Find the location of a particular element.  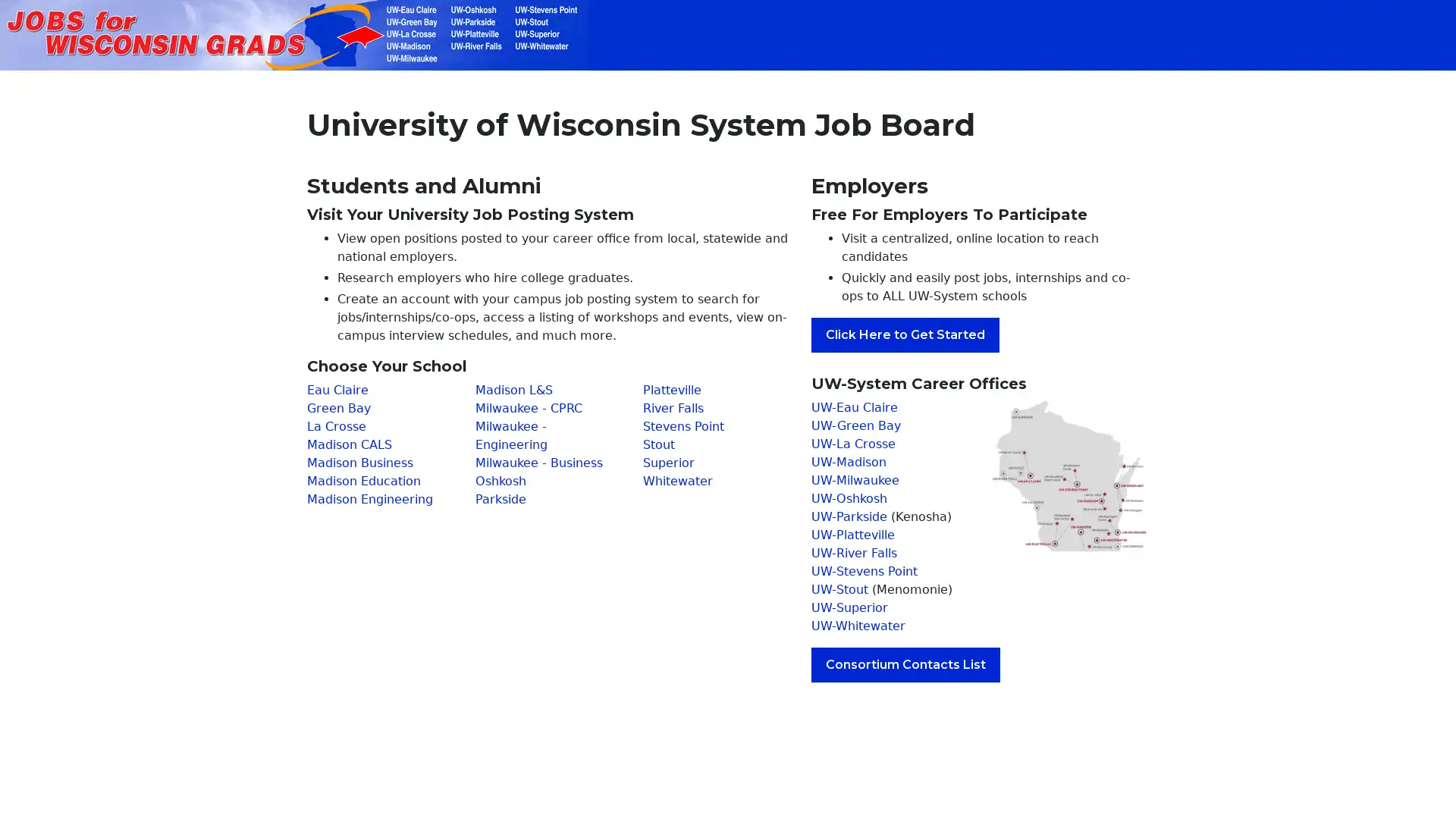

Click Here to Get Started is located at coordinates (905, 333).